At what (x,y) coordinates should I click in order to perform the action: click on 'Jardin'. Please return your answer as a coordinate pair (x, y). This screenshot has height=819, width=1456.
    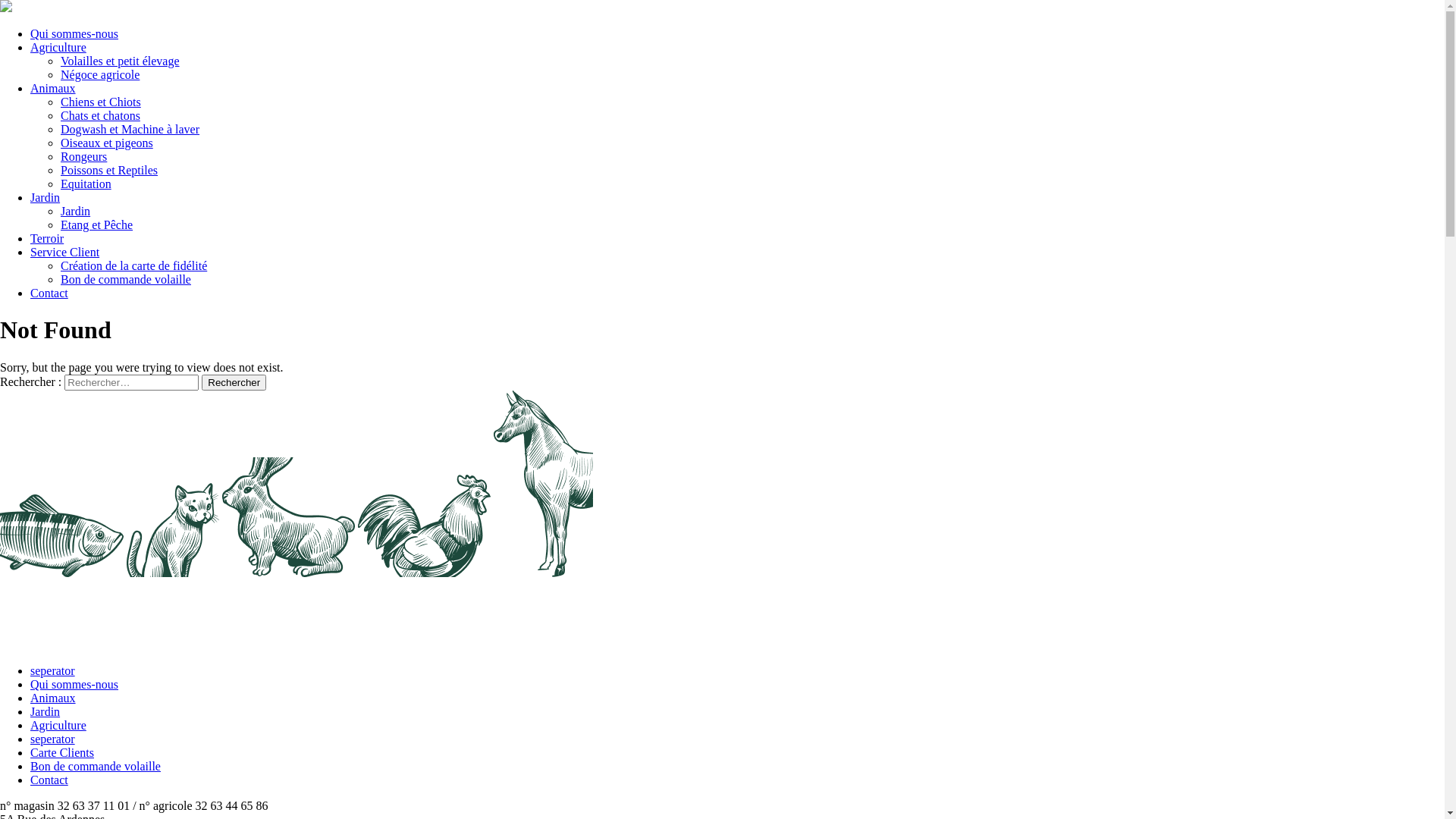
    Looking at the image, I should click on (45, 196).